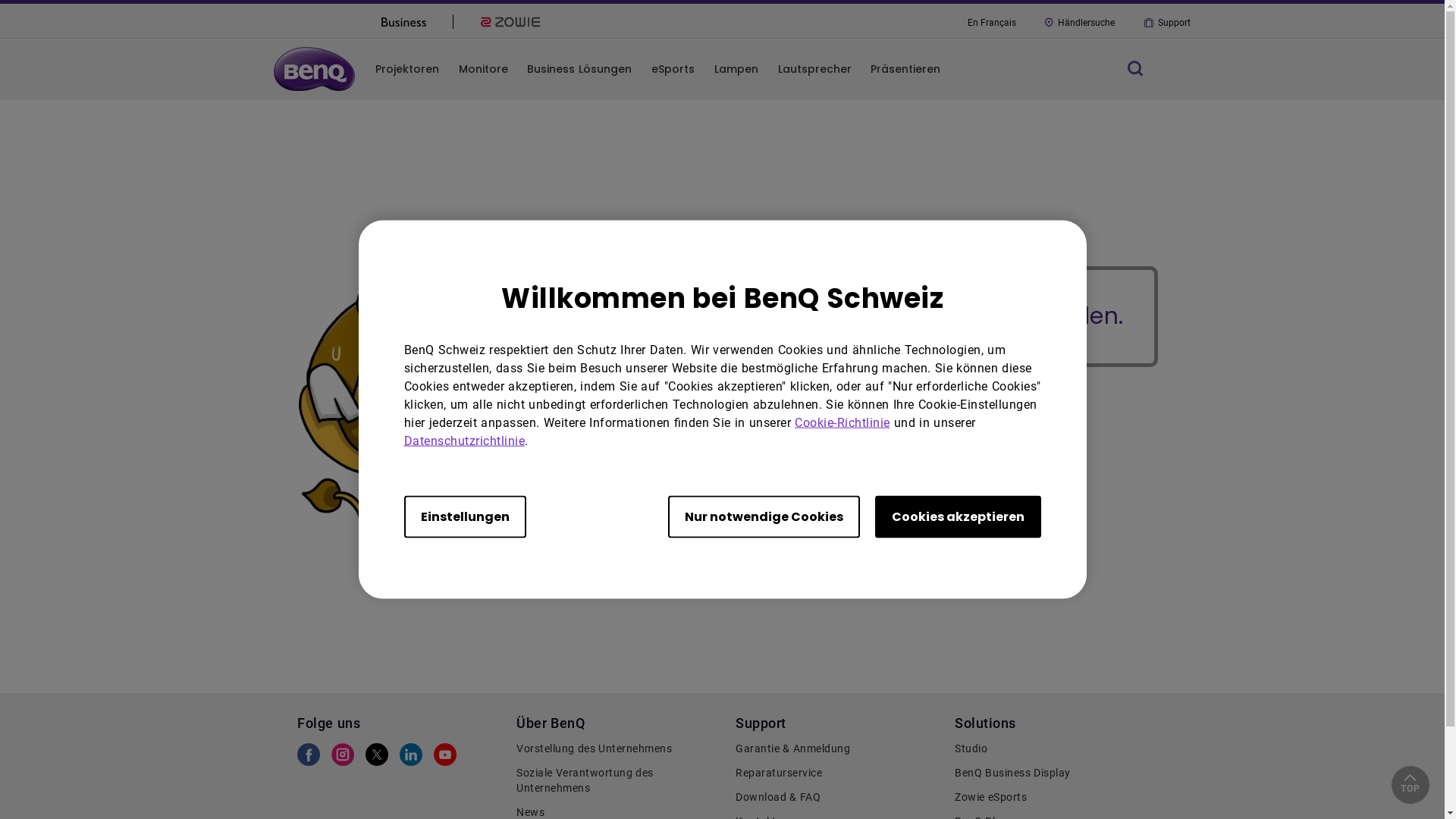  What do you see at coordinates (672, 69) in the screenshot?
I see `'eSports'` at bounding box center [672, 69].